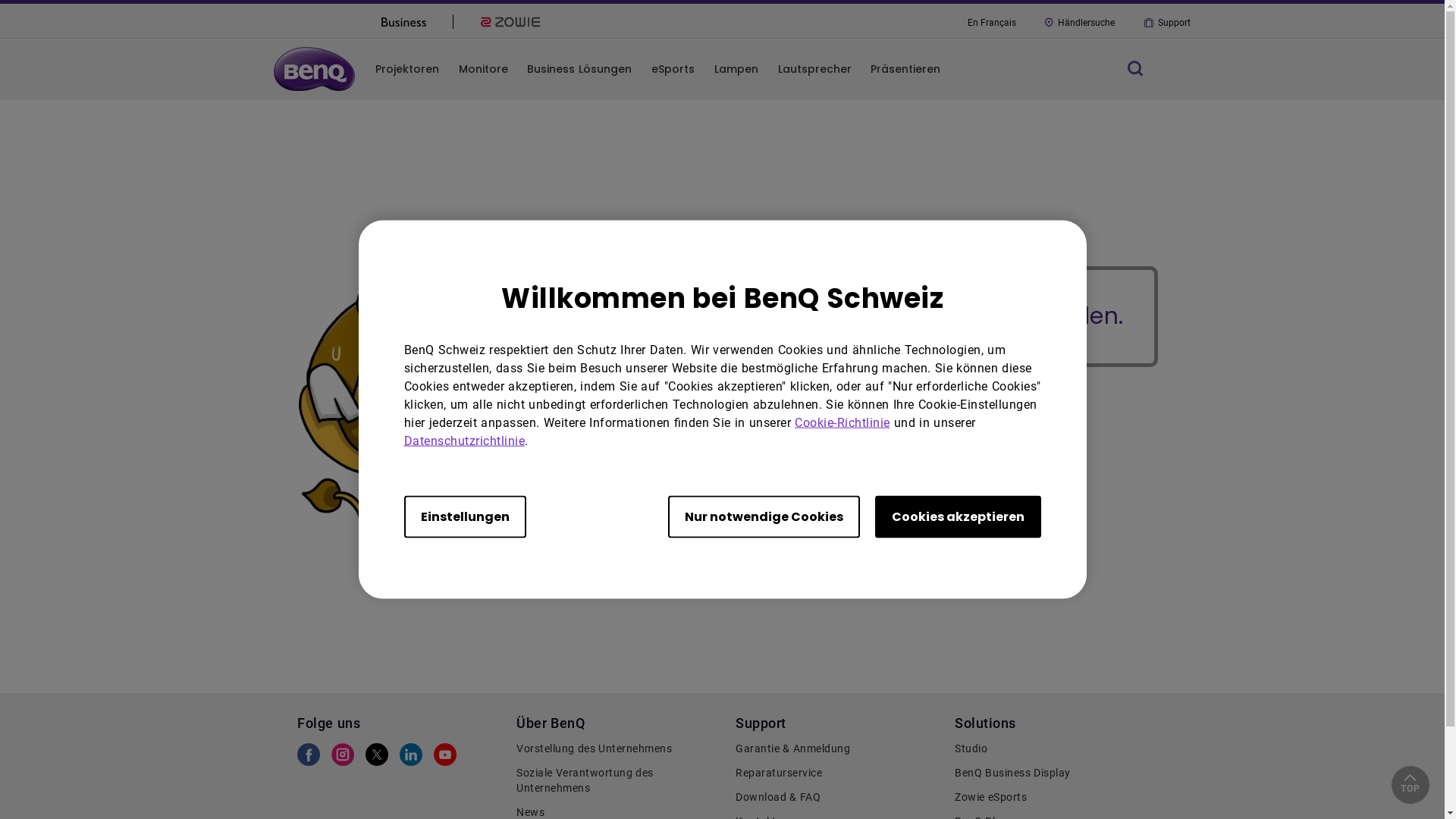  What do you see at coordinates (672, 69) in the screenshot?
I see `'eSports'` at bounding box center [672, 69].